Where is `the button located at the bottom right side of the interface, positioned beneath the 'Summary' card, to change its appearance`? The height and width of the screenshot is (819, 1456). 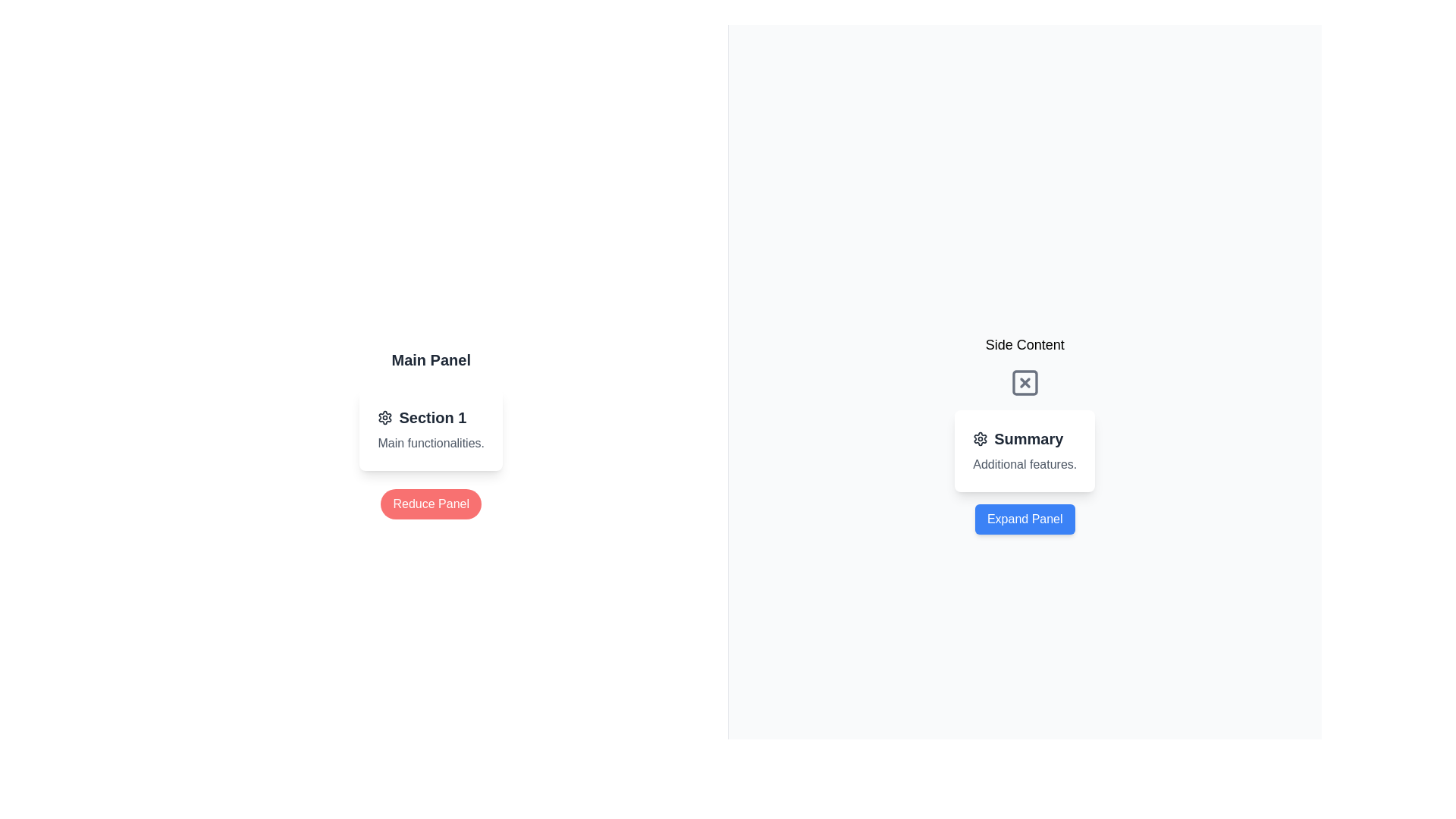 the button located at the bottom right side of the interface, positioned beneath the 'Summary' card, to change its appearance is located at coordinates (1025, 519).